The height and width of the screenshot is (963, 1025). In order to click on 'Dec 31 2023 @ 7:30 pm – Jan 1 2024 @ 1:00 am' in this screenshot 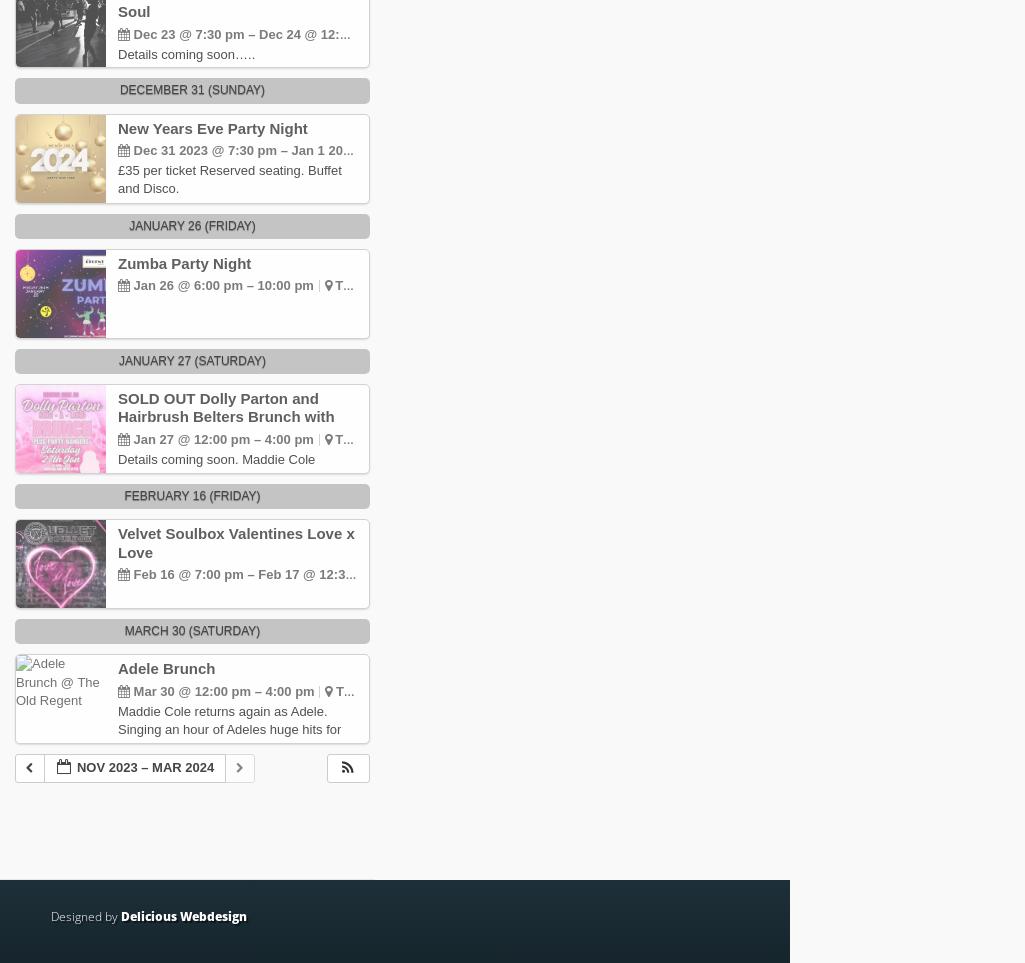, I will do `click(129, 150)`.